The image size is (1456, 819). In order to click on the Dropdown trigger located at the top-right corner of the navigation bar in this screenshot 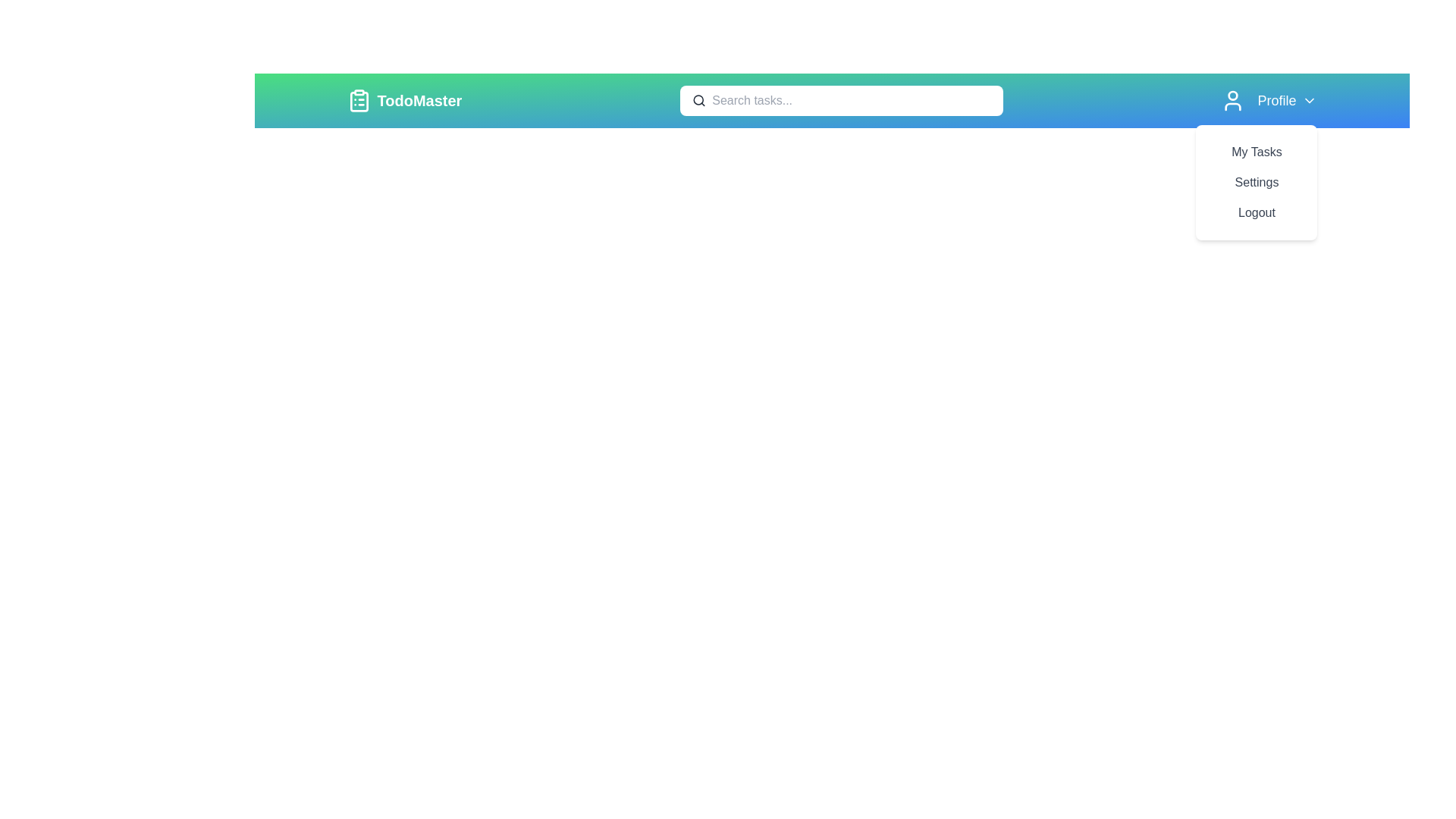, I will do `click(1269, 100)`.